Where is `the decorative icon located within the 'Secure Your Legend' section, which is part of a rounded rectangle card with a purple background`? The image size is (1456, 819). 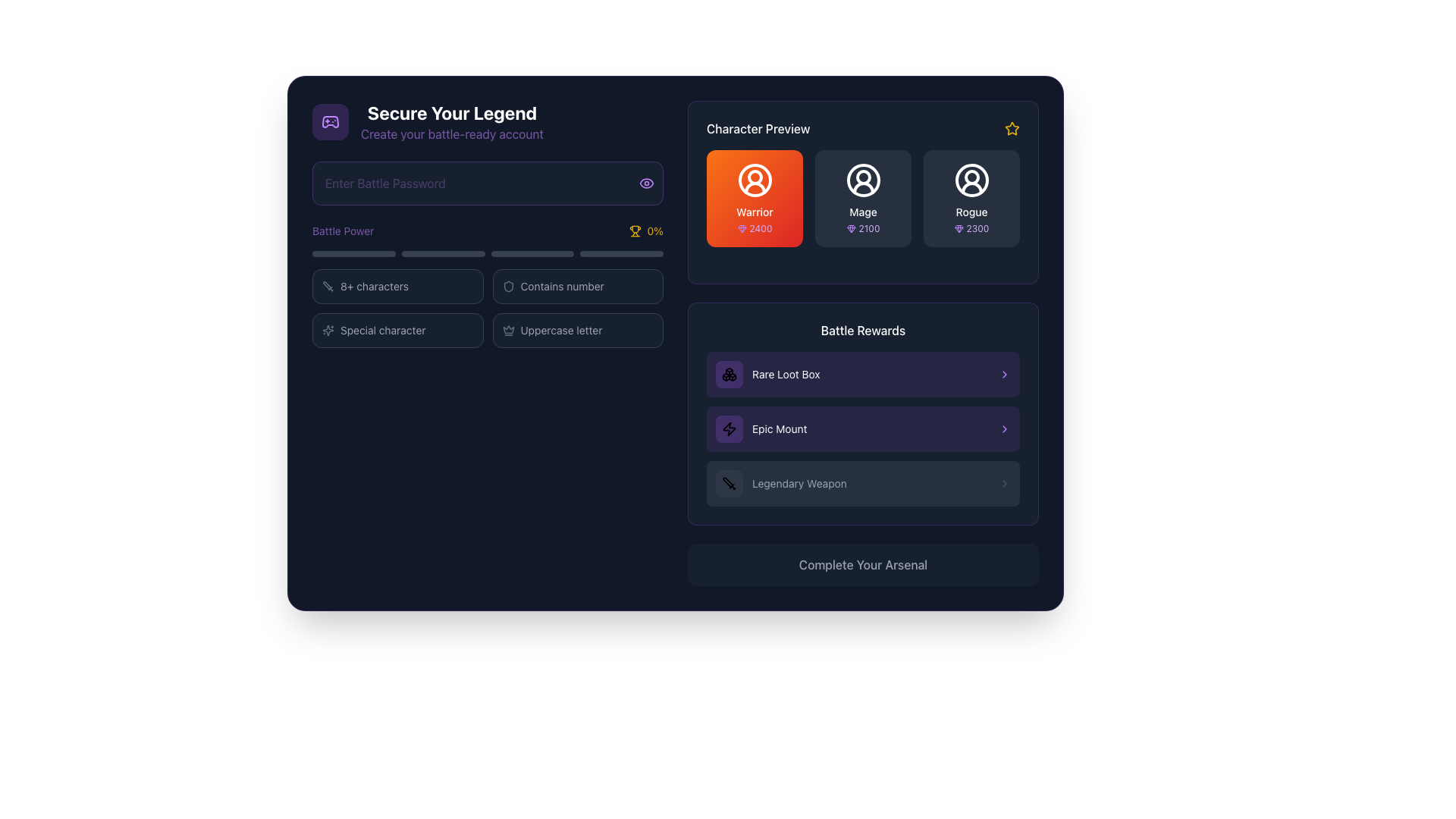 the decorative icon located within the 'Secure Your Legend' section, which is part of a rounded rectangle card with a purple background is located at coordinates (330, 121).